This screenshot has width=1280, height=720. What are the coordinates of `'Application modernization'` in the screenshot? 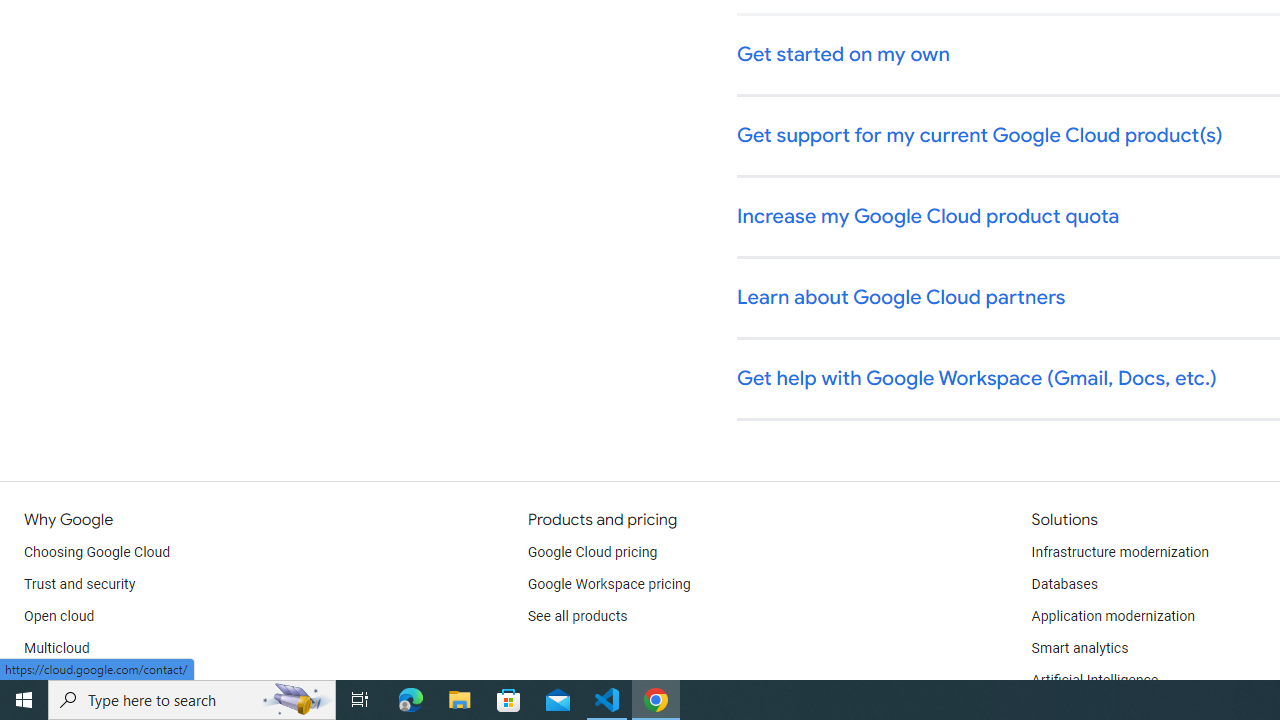 It's located at (1111, 616).